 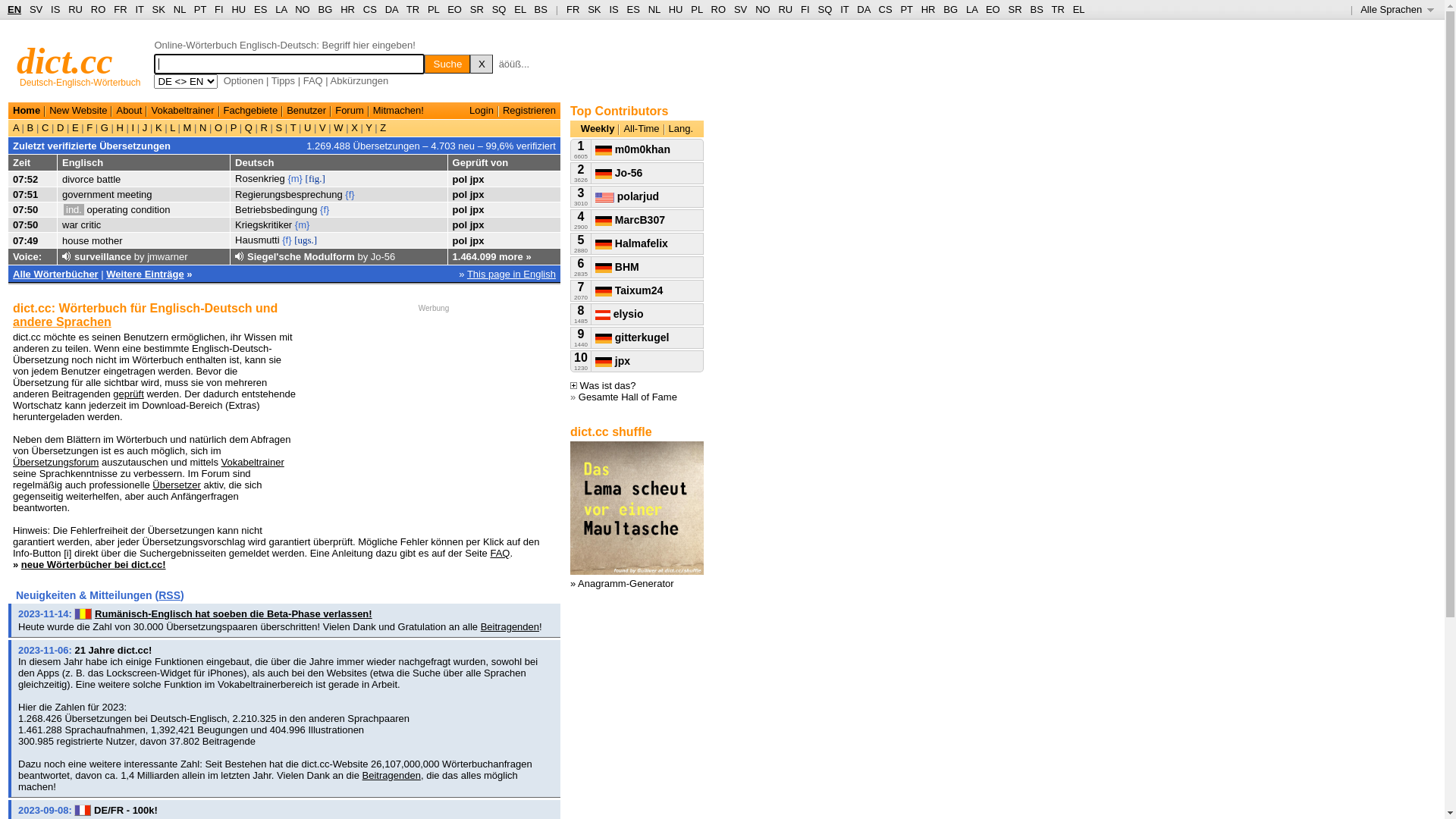 I want to click on 'NL', so click(x=654, y=9).